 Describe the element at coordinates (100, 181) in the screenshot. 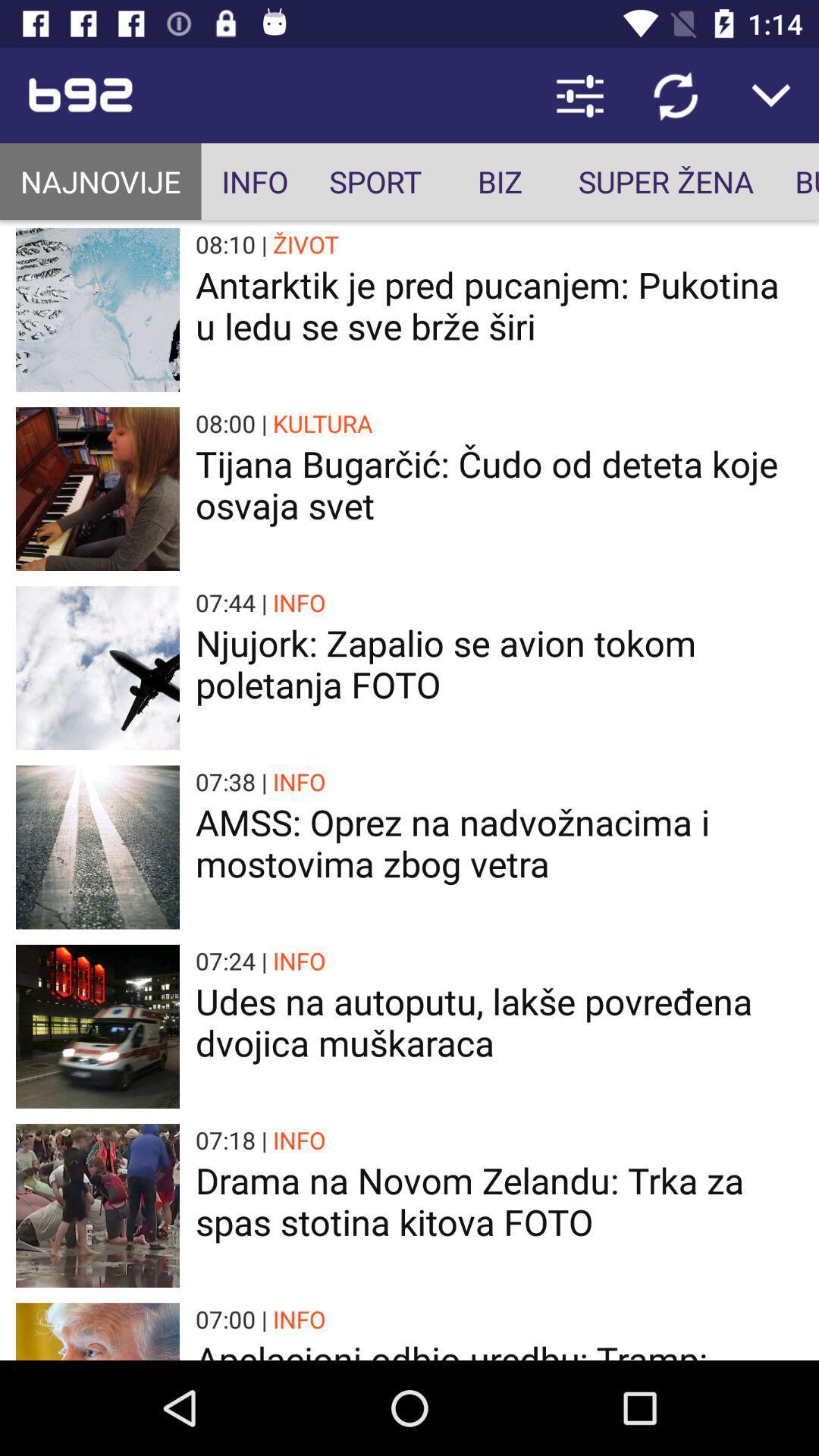

I see `item next to info item` at that location.